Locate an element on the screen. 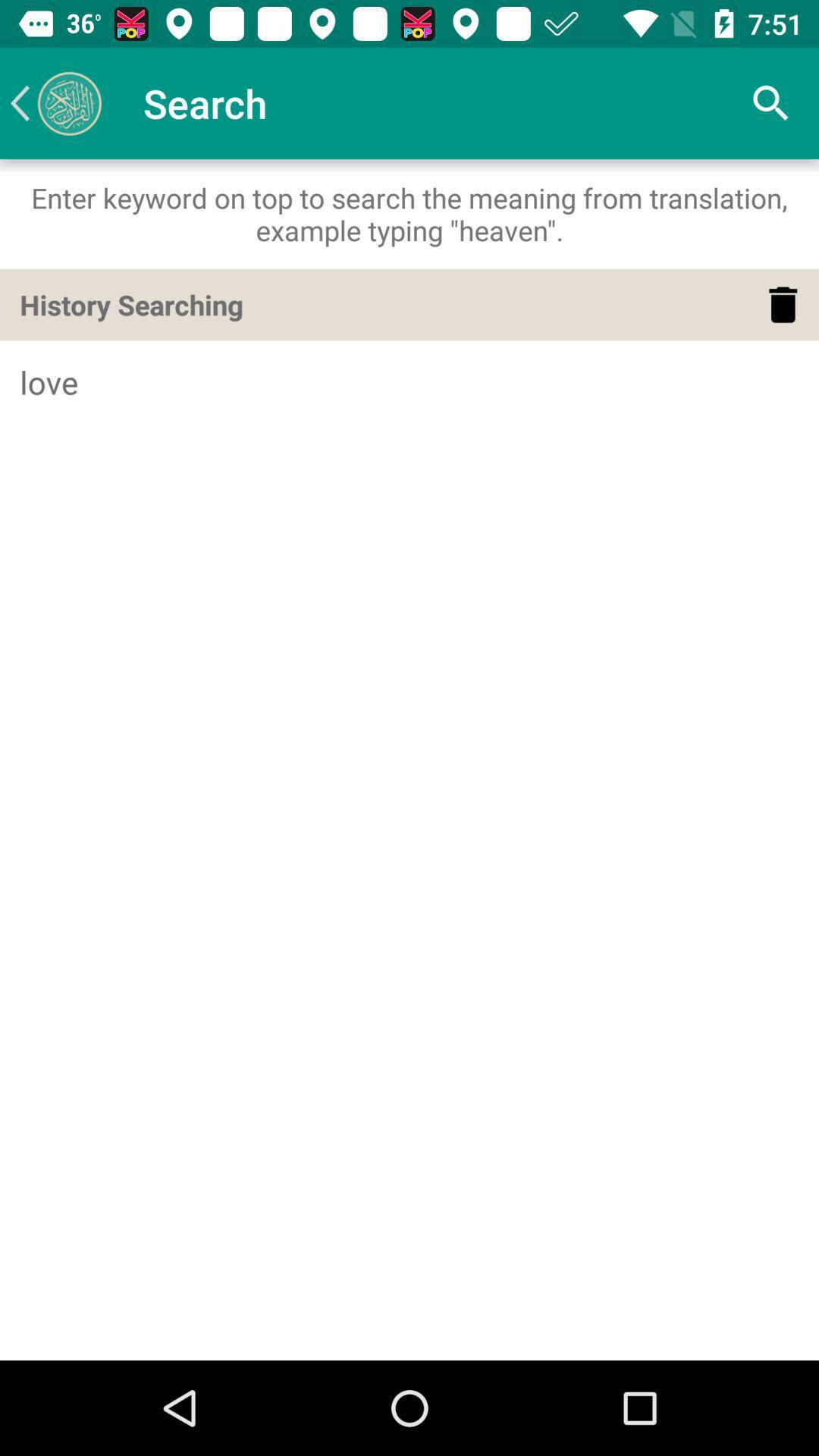  delete history searching is located at coordinates (783, 304).